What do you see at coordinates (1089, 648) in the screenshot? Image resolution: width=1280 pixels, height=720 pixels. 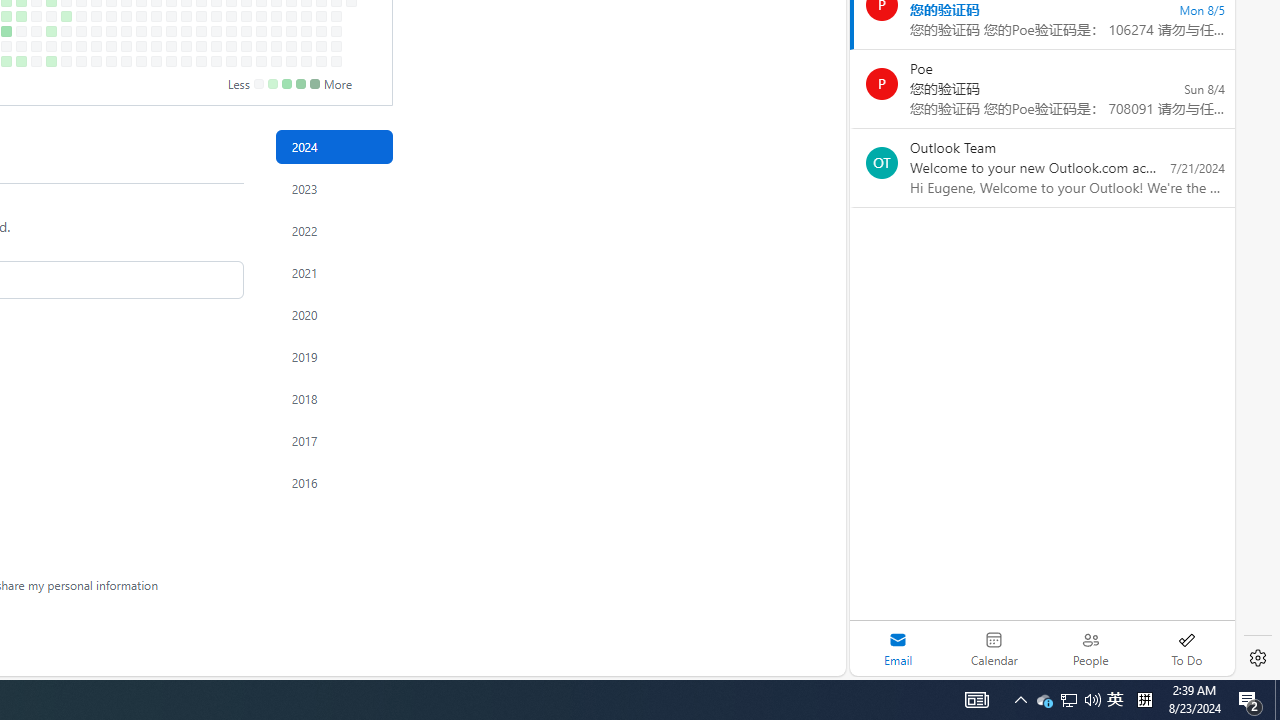 I see `'People'` at bounding box center [1089, 648].